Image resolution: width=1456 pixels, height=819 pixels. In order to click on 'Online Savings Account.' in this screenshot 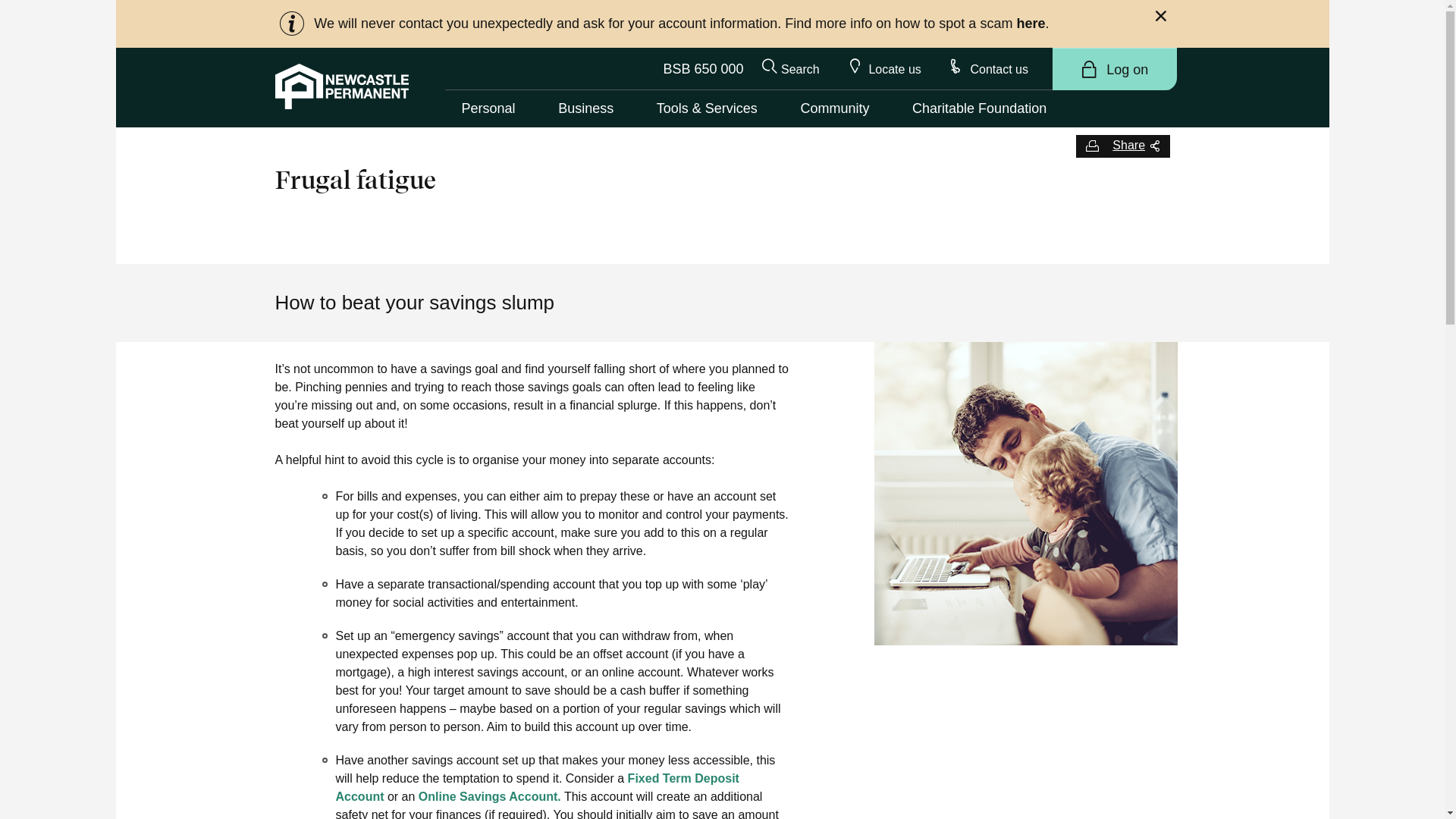, I will do `click(490, 795)`.